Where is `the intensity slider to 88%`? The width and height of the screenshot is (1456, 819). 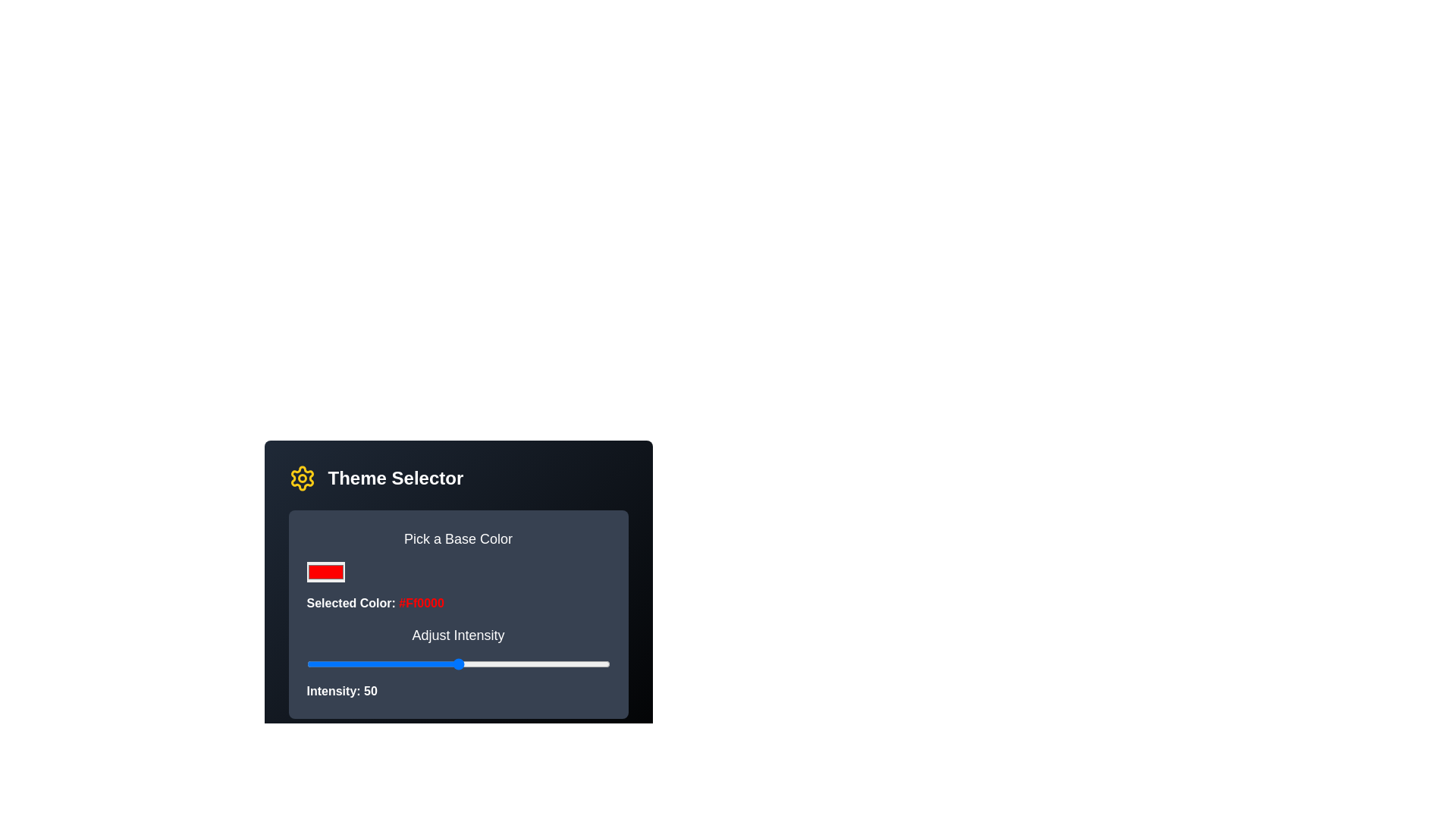
the intensity slider to 88% is located at coordinates (573, 663).